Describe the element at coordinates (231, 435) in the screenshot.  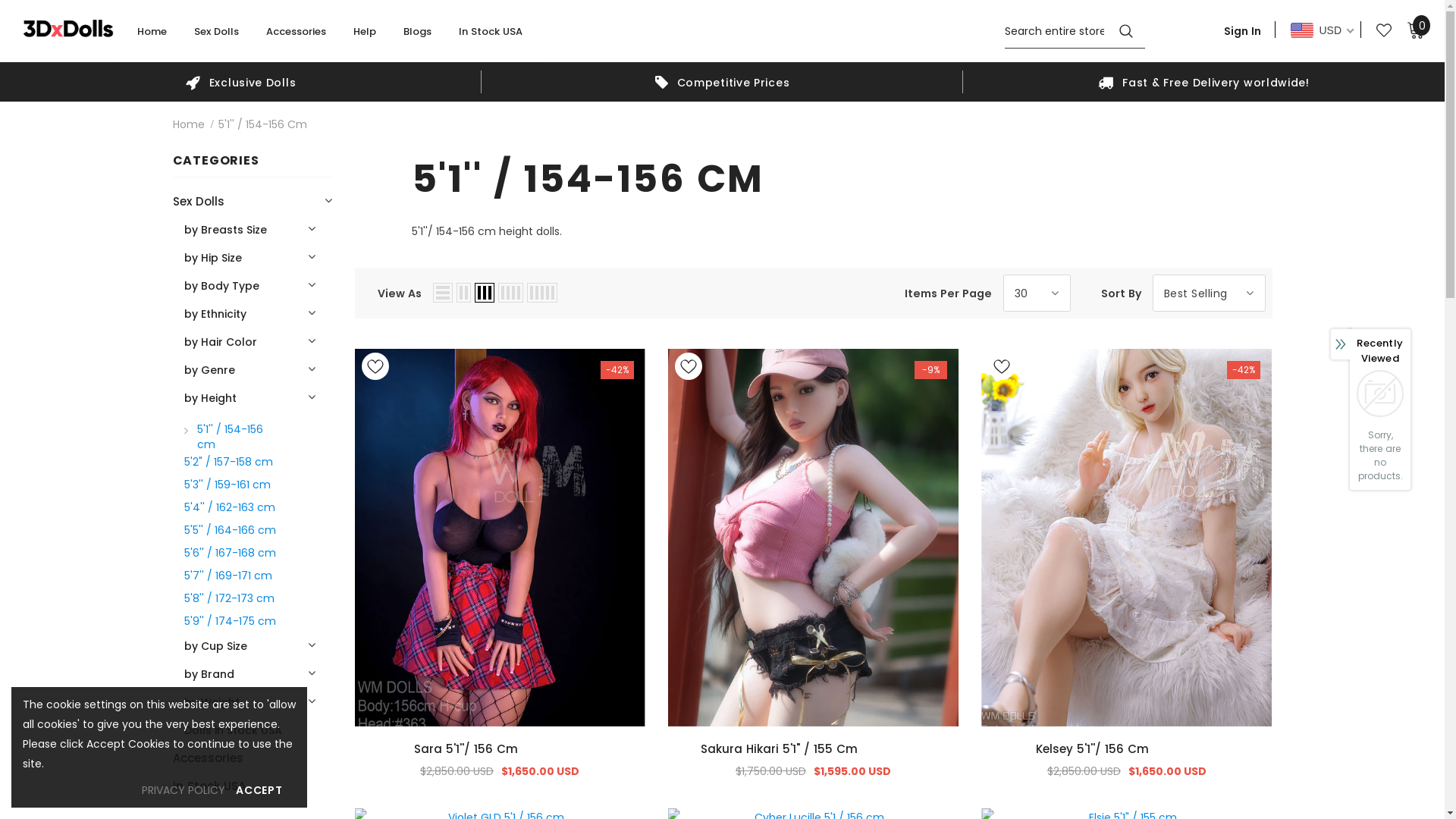
I see `'5'1'' / 154-156 cm'` at that location.